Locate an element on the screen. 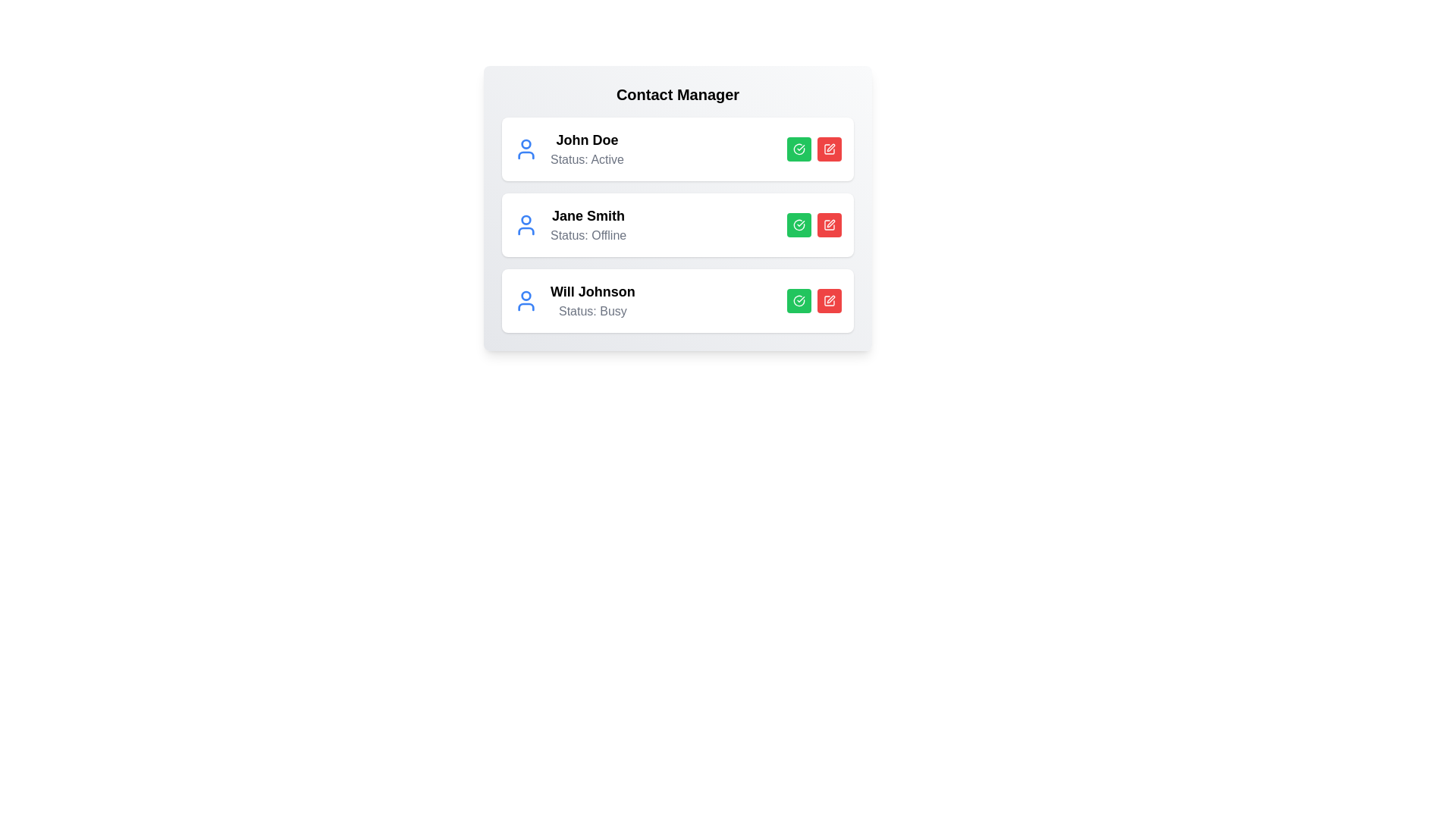 This screenshot has height=819, width=1456. the contact name Jane Smith to highlight it is located at coordinates (588, 216).